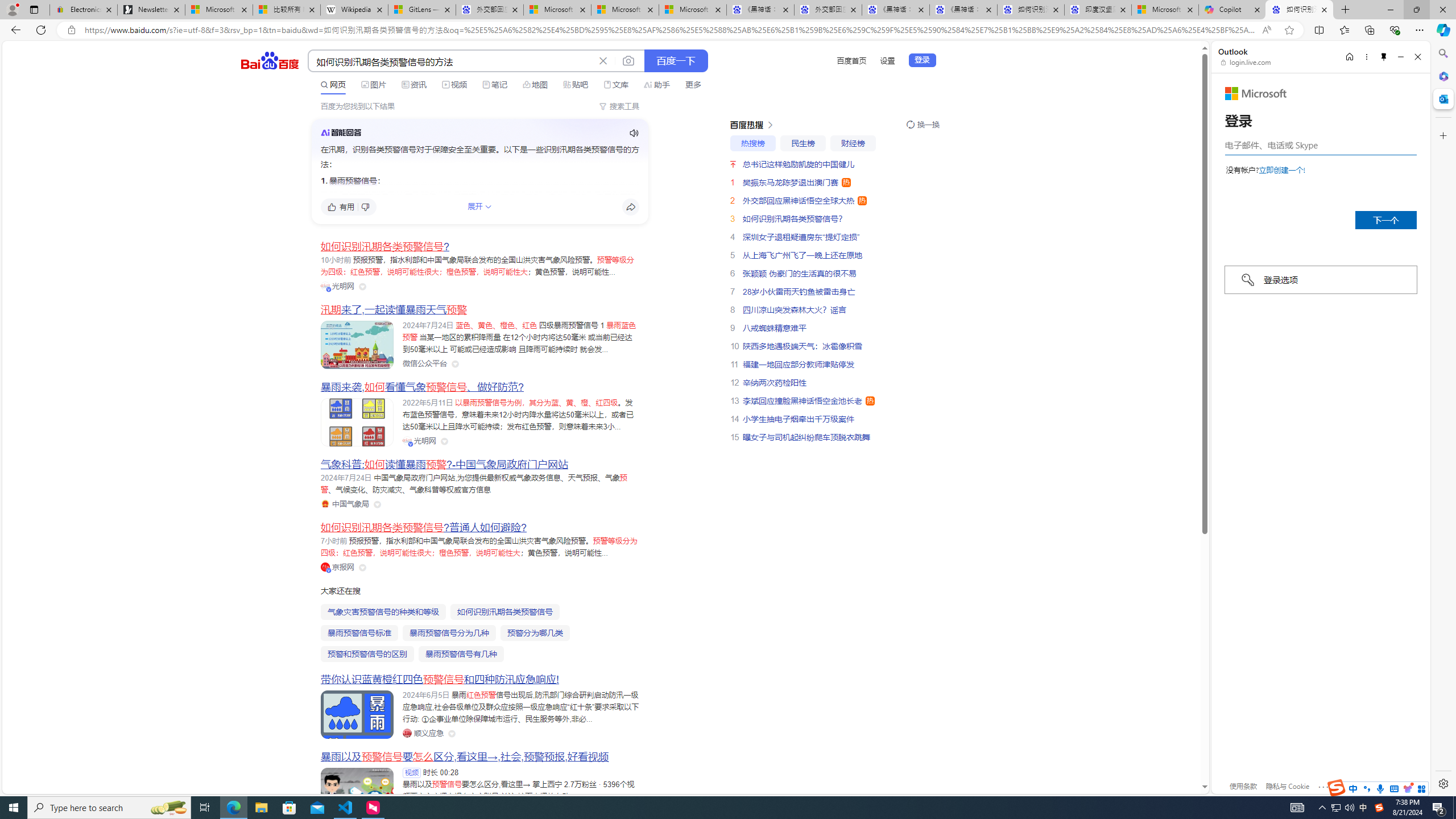 The height and width of the screenshot is (819, 1456). What do you see at coordinates (1246, 61) in the screenshot?
I see `'login.live.com'` at bounding box center [1246, 61].